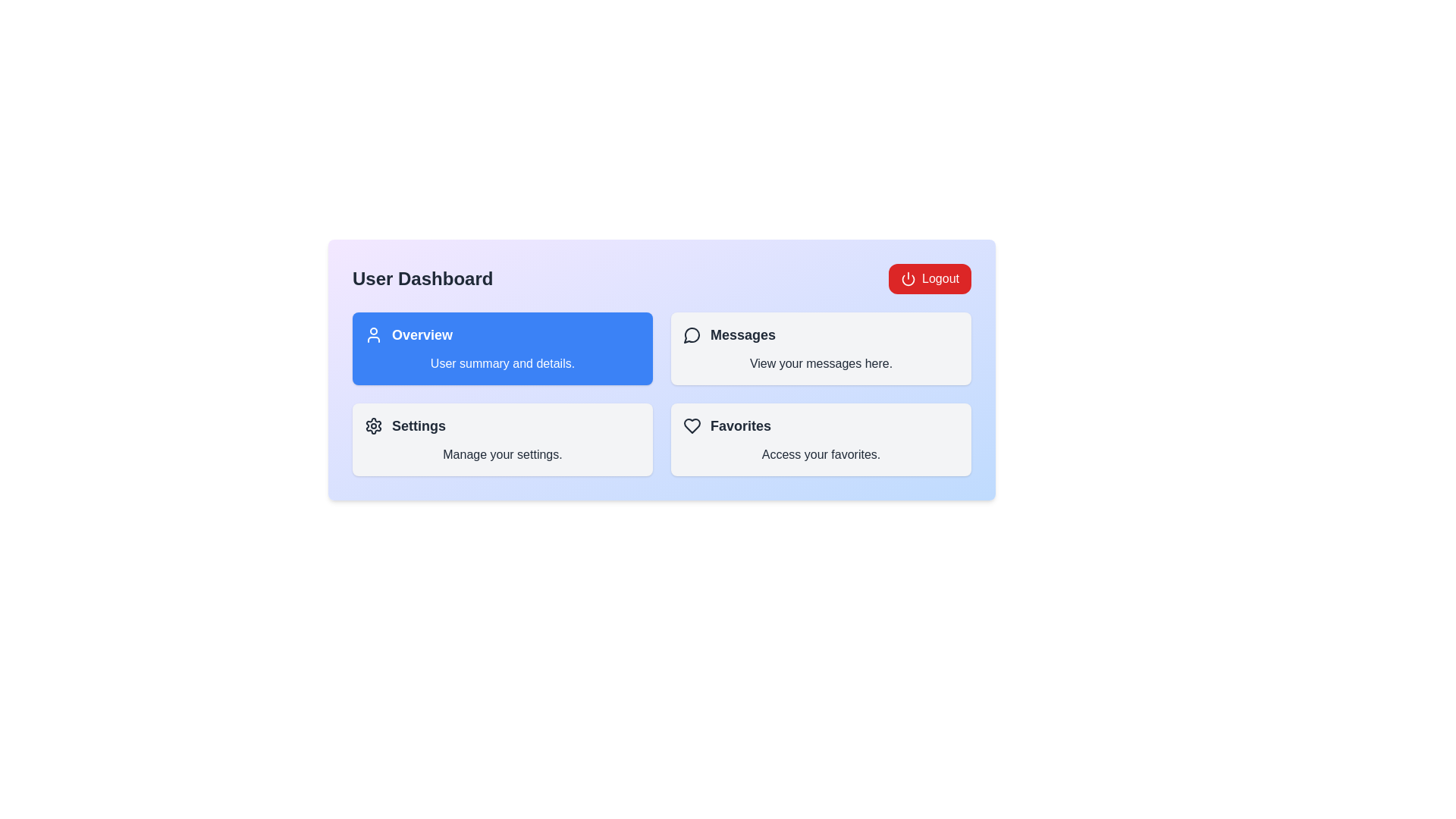 Image resolution: width=1456 pixels, height=819 pixels. I want to click on the 'Favorites' section icon, which serves as a visual marker for easy identification of this section, so click(691, 426).